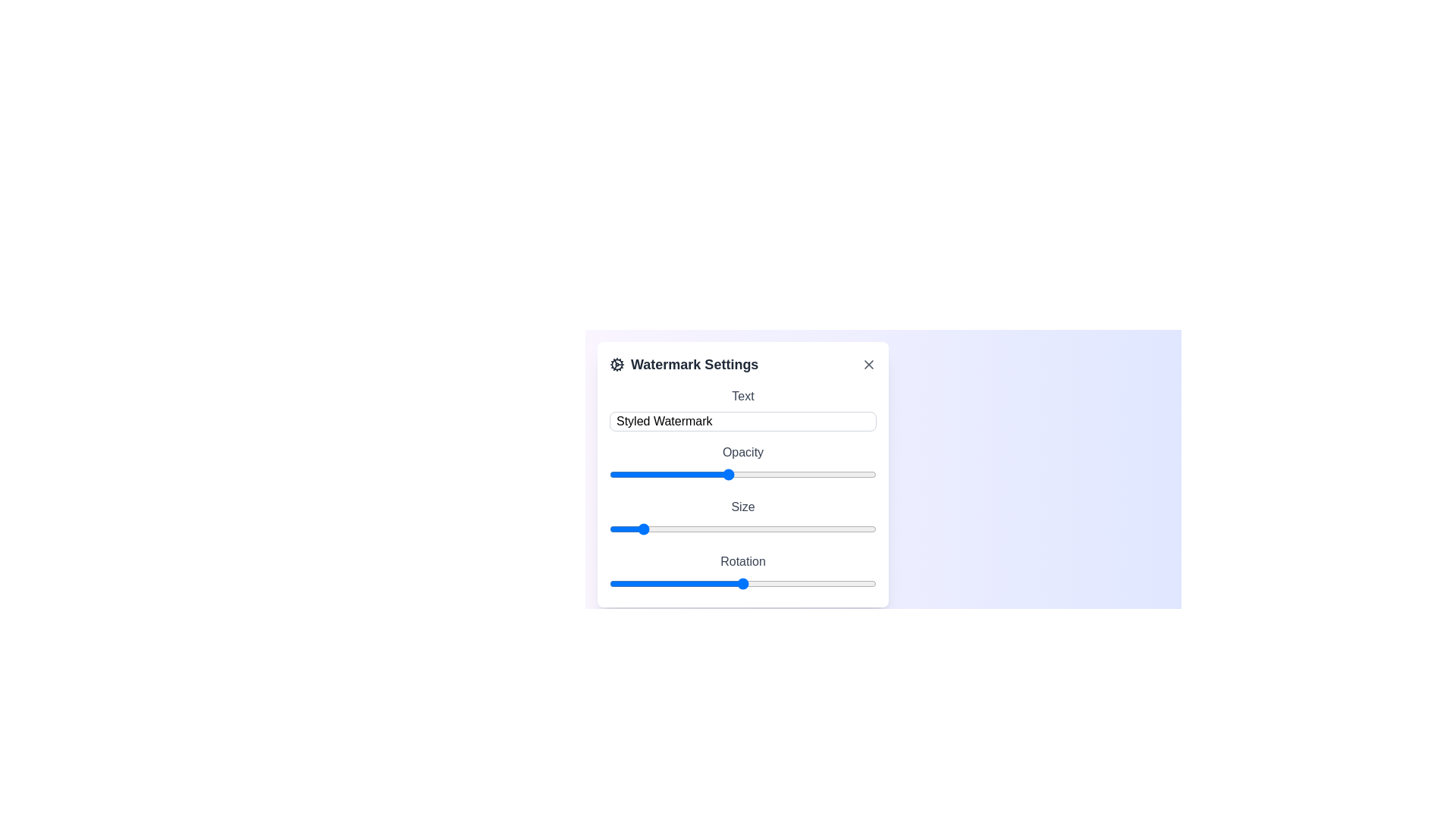 The height and width of the screenshot is (819, 1456). What do you see at coordinates (712, 529) in the screenshot?
I see `size` at bounding box center [712, 529].